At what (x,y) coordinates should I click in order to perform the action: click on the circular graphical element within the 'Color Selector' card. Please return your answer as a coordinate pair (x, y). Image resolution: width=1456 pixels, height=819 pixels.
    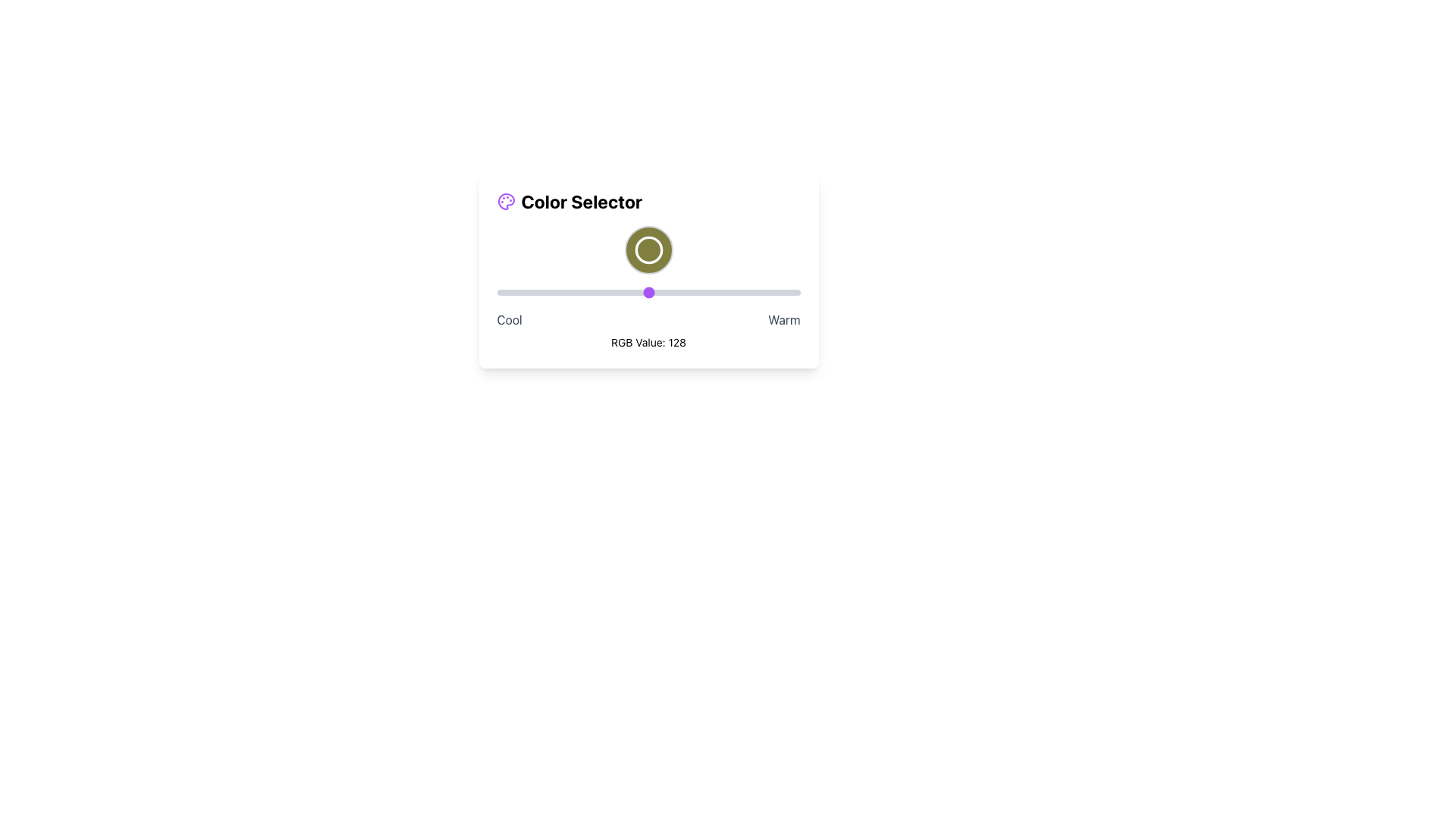
    Looking at the image, I should click on (648, 249).